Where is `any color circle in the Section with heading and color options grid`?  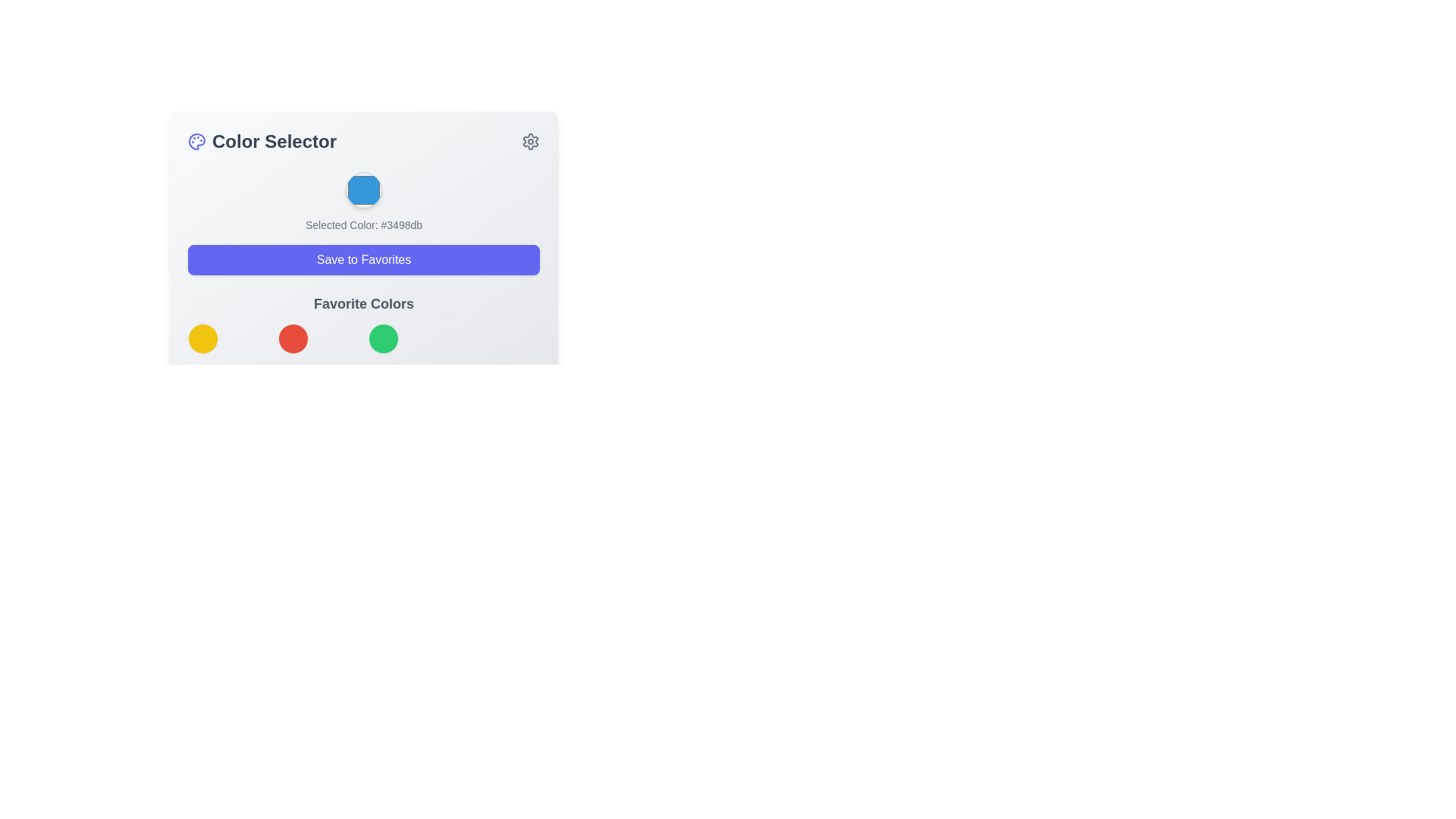 any color circle in the Section with heading and color options grid is located at coordinates (364, 323).